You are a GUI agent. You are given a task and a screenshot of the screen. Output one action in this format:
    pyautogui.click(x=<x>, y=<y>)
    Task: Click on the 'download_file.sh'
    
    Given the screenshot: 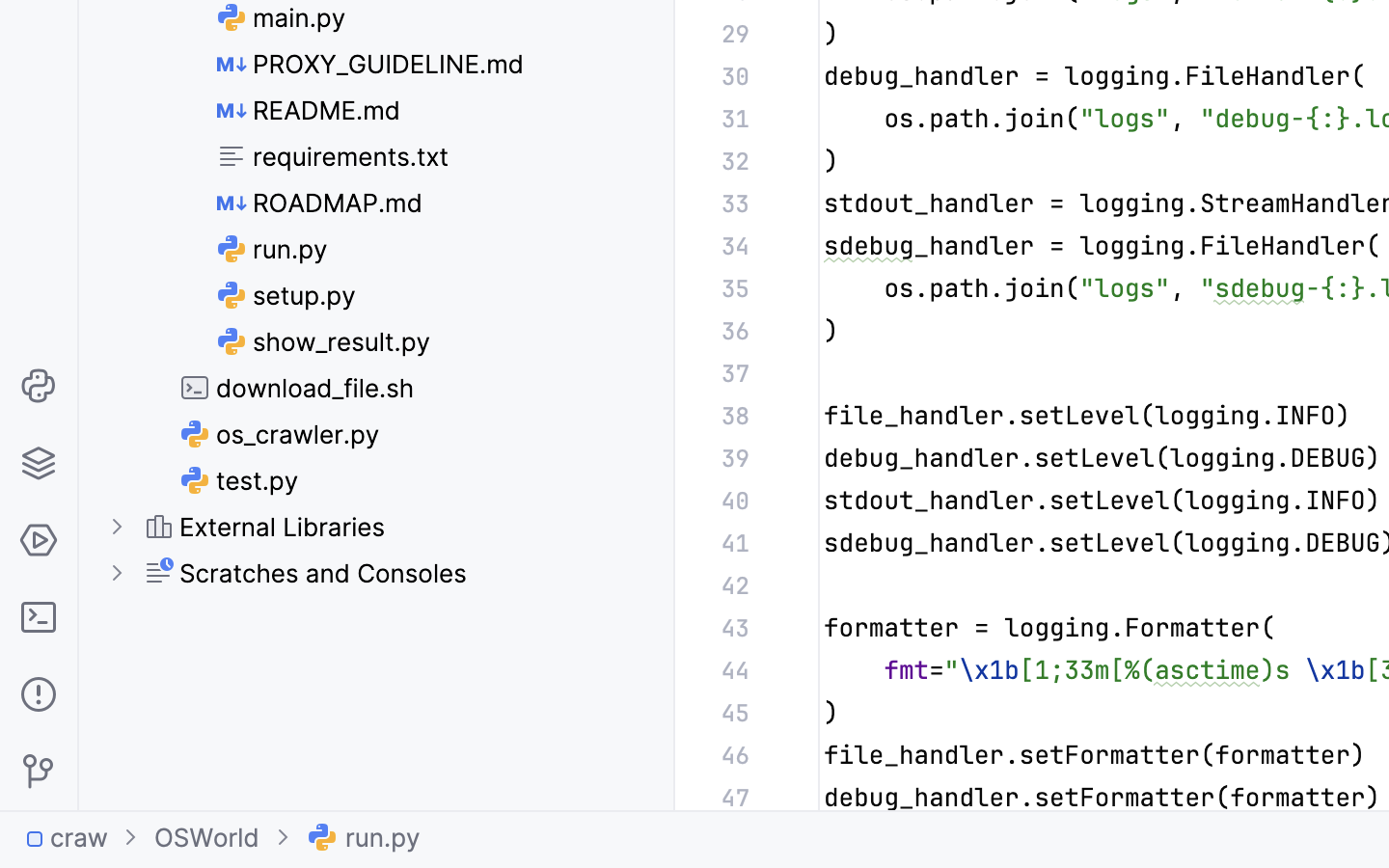 What is the action you would take?
    pyautogui.click(x=298, y=388)
    